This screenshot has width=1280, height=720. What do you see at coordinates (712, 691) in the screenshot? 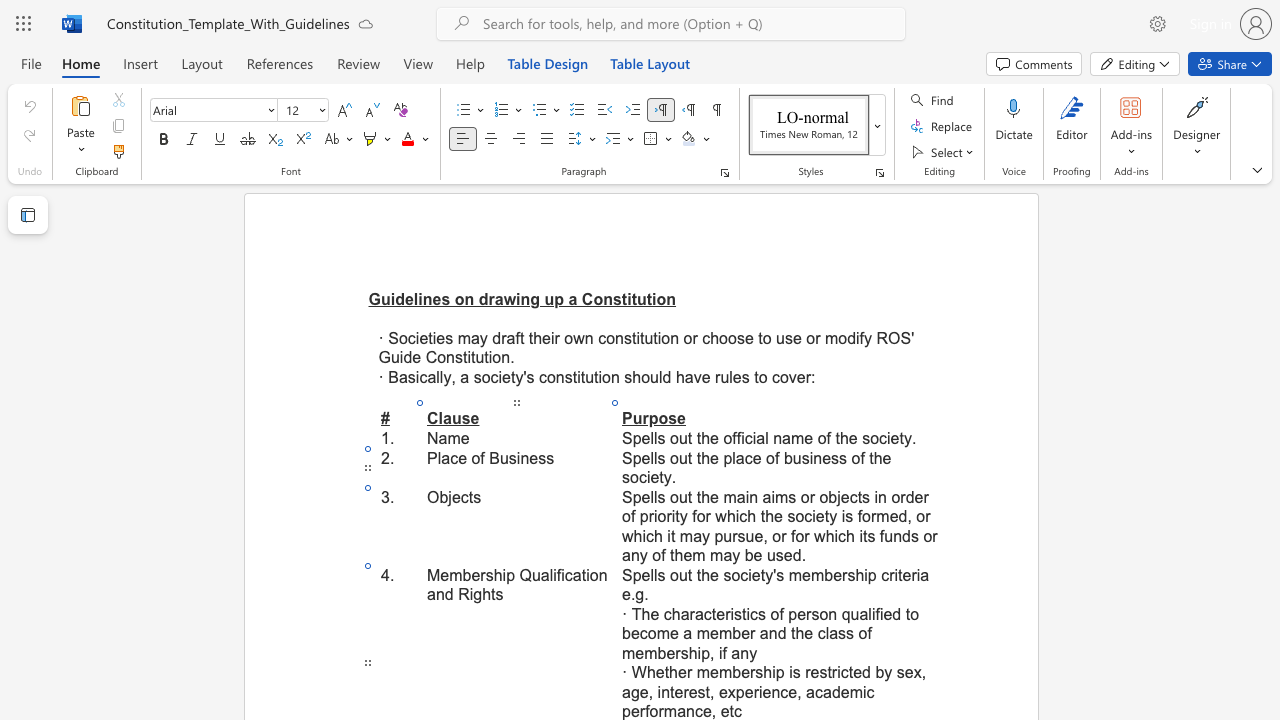
I see `the 3th character "," in the text` at bounding box center [712, 691].